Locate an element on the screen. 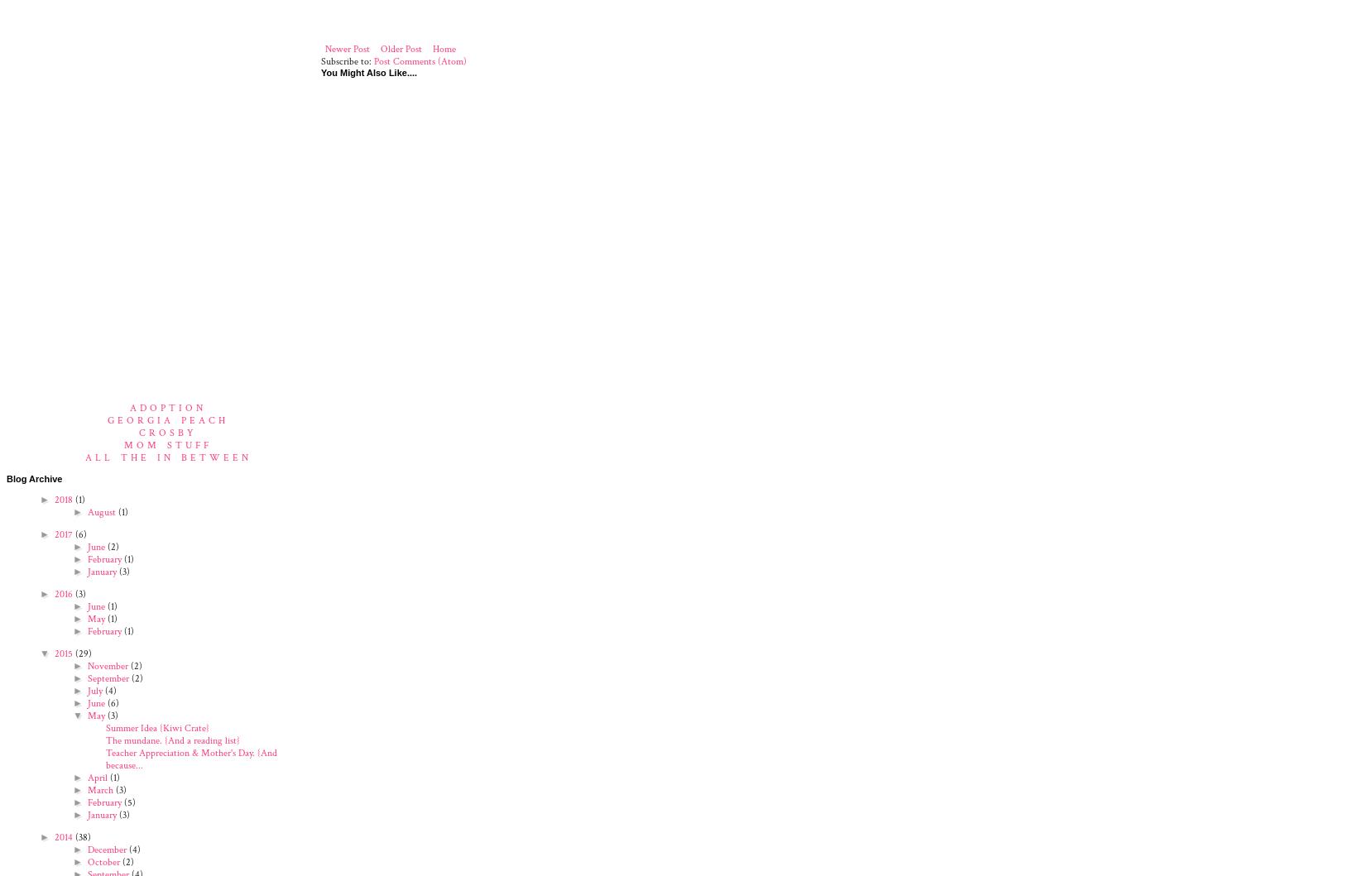  '(38)' is located at coordinates (81, 835).